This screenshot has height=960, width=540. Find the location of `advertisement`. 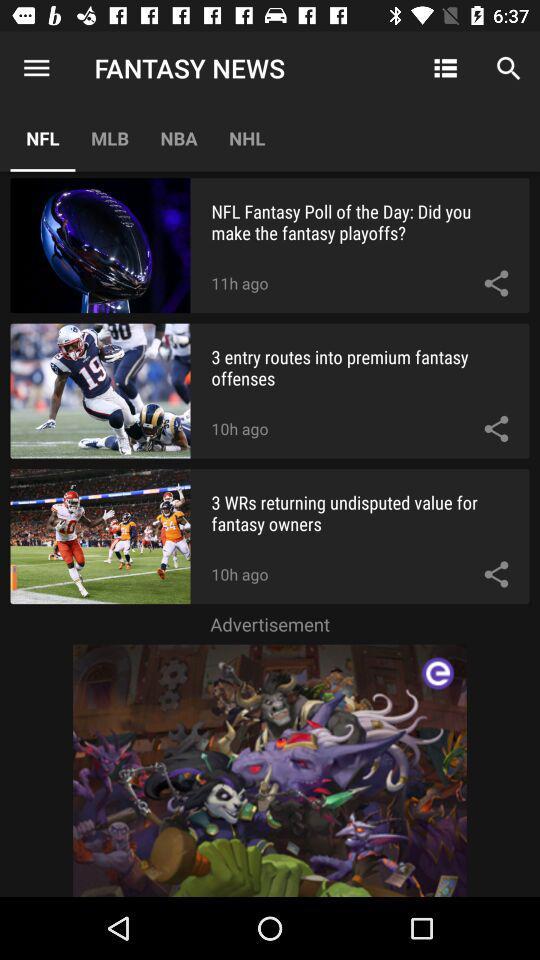

advertisement is located at coordinates (270, 769).